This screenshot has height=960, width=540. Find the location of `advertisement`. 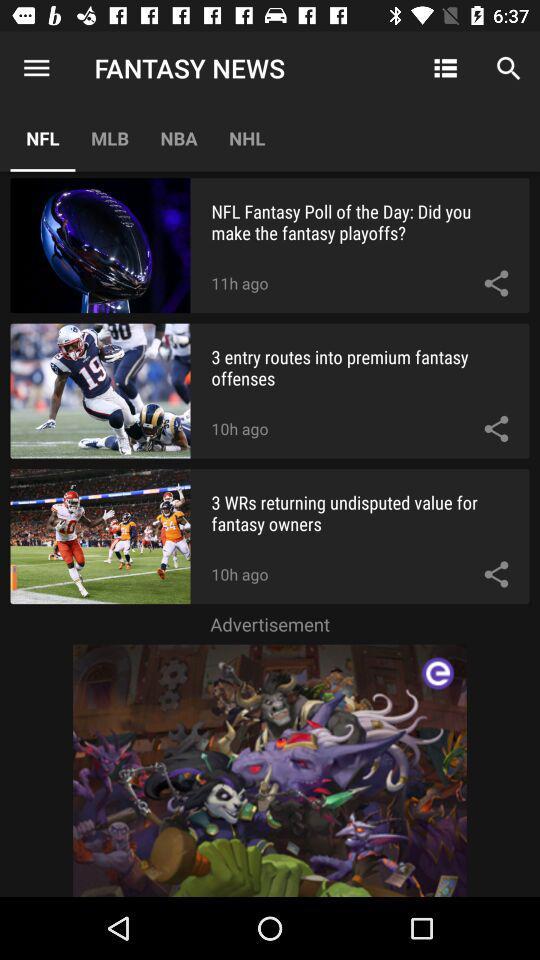

advertisement is located at coordinates (270, 769).